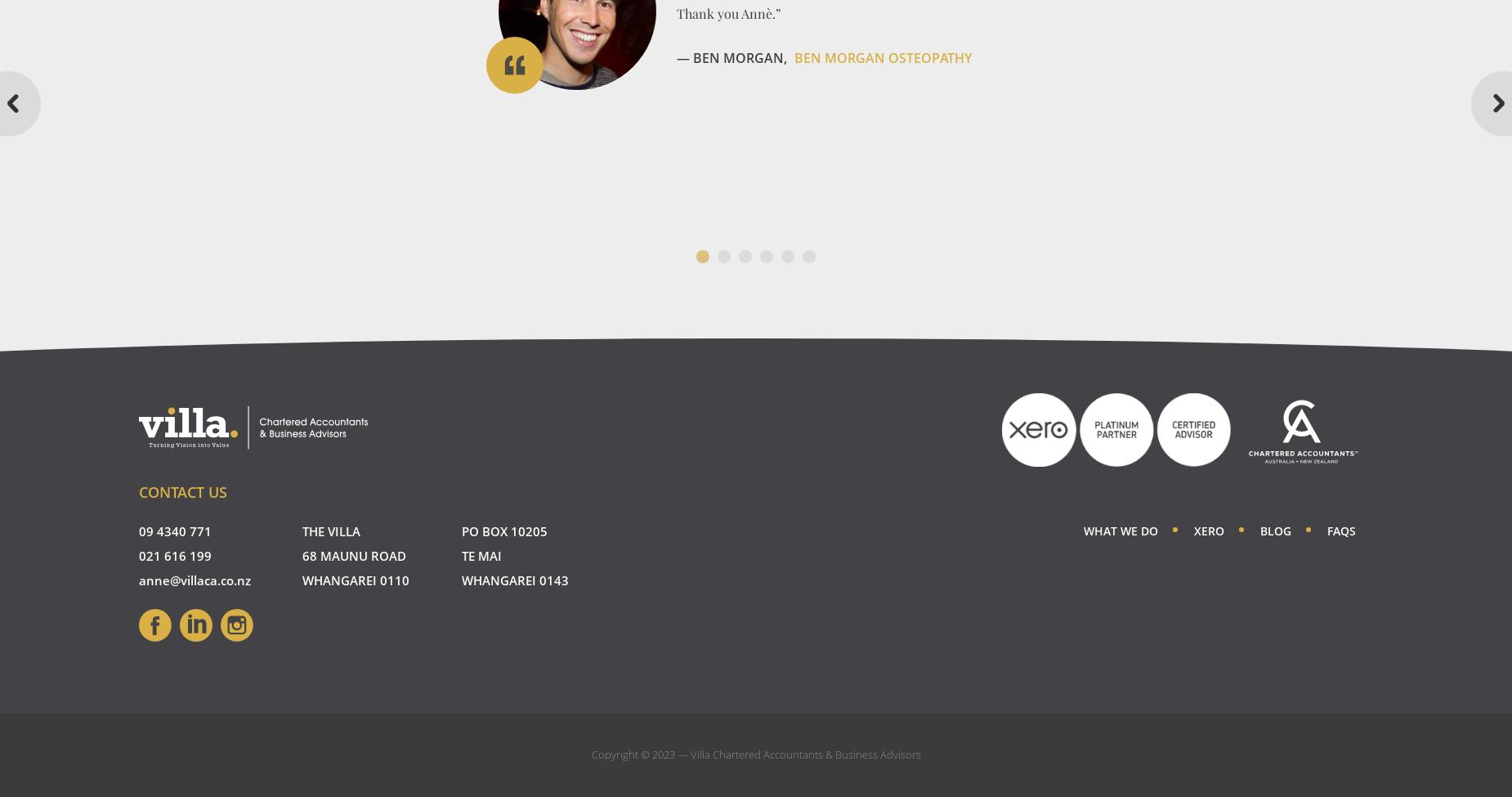 The image size is (1512, 797). I want to click on 'Mason Street Architectural Drafting Ltd', so click(831, 198).